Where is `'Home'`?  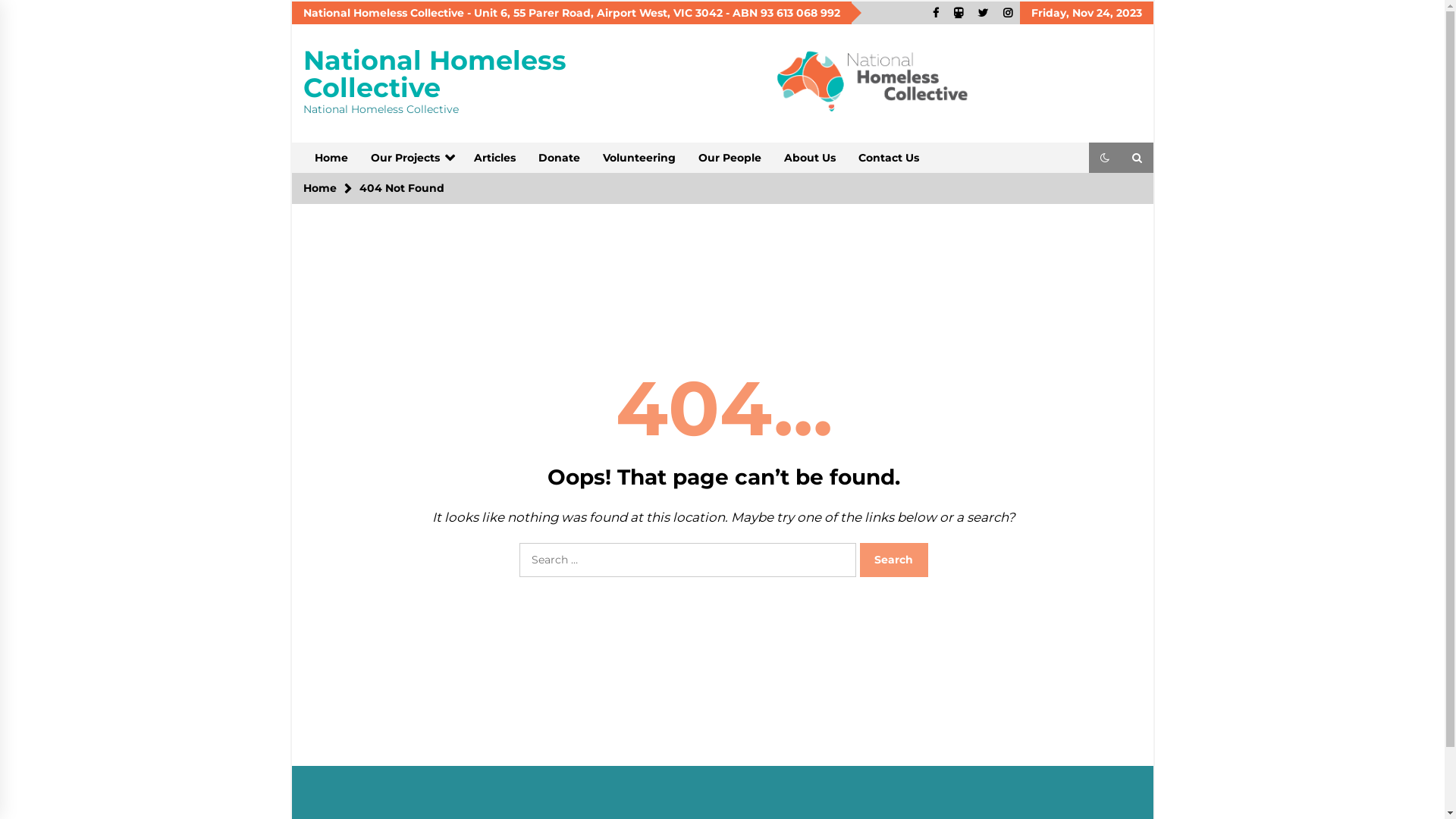 'Home' is located at coordinates (330, 158).